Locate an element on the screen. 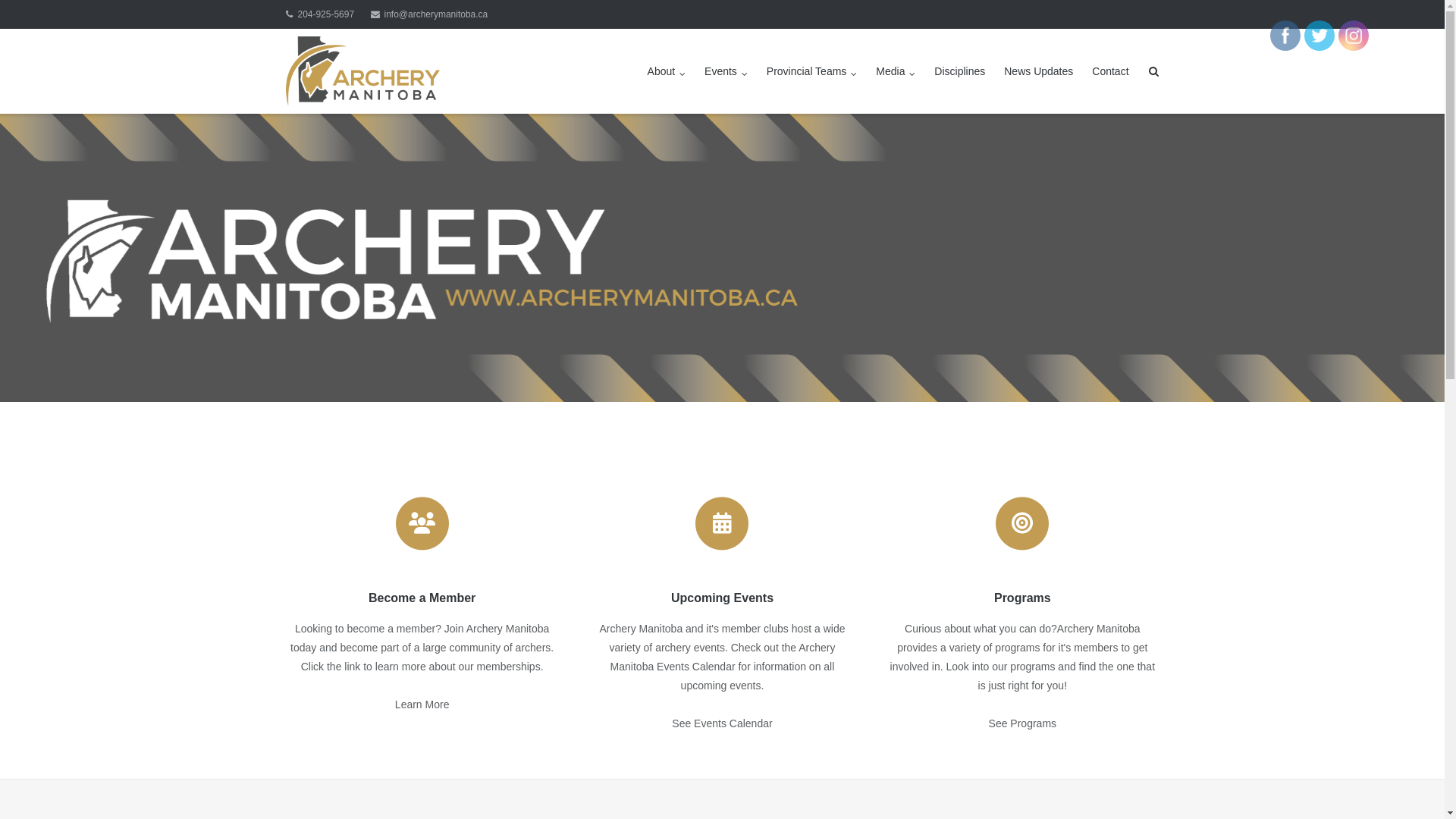 This screenshot has height=819, width=1456. 'See Events Calendar' is located at coordinates (671, 722).